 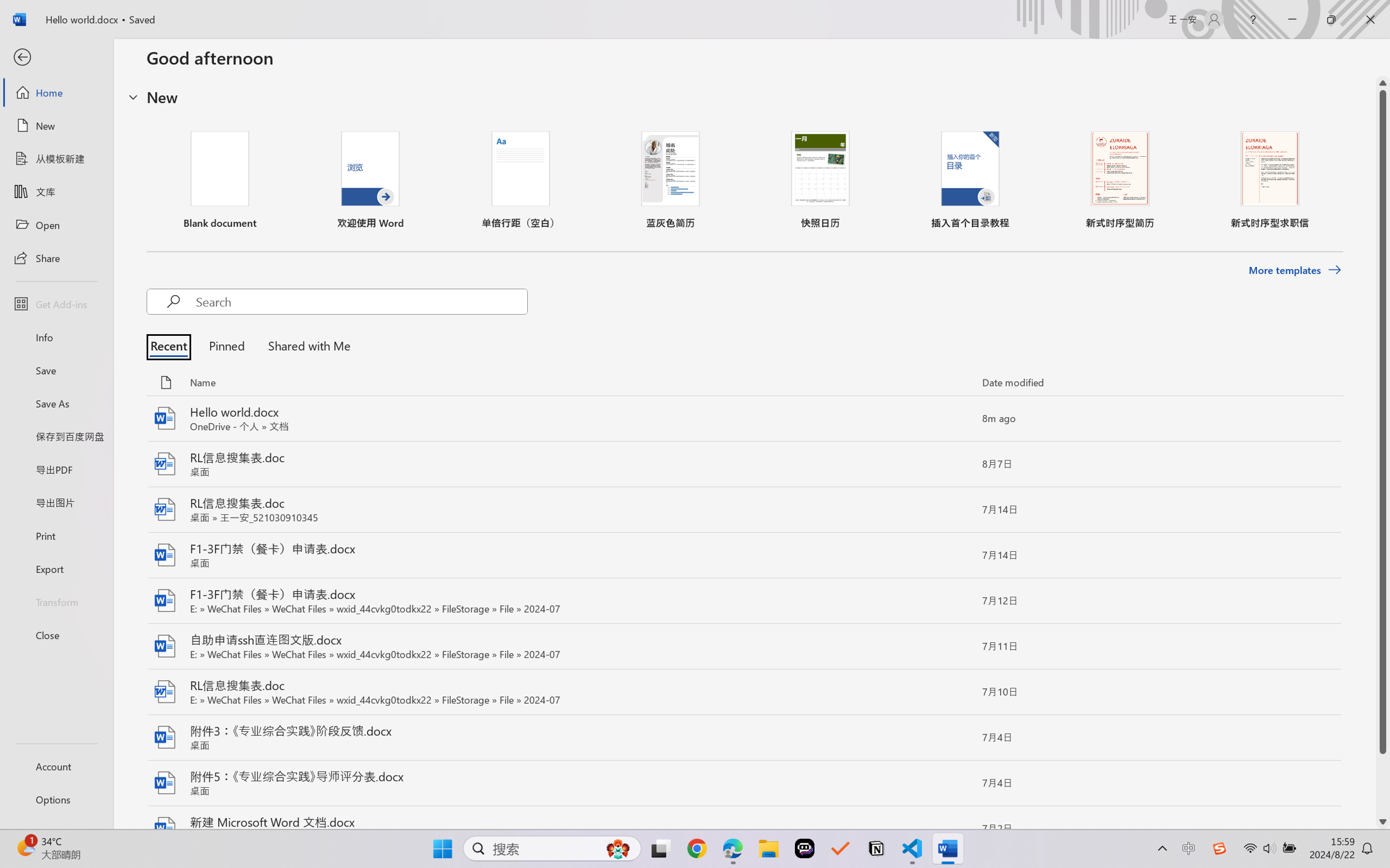 I want to click on 'Open', so click(x=56, y=224).